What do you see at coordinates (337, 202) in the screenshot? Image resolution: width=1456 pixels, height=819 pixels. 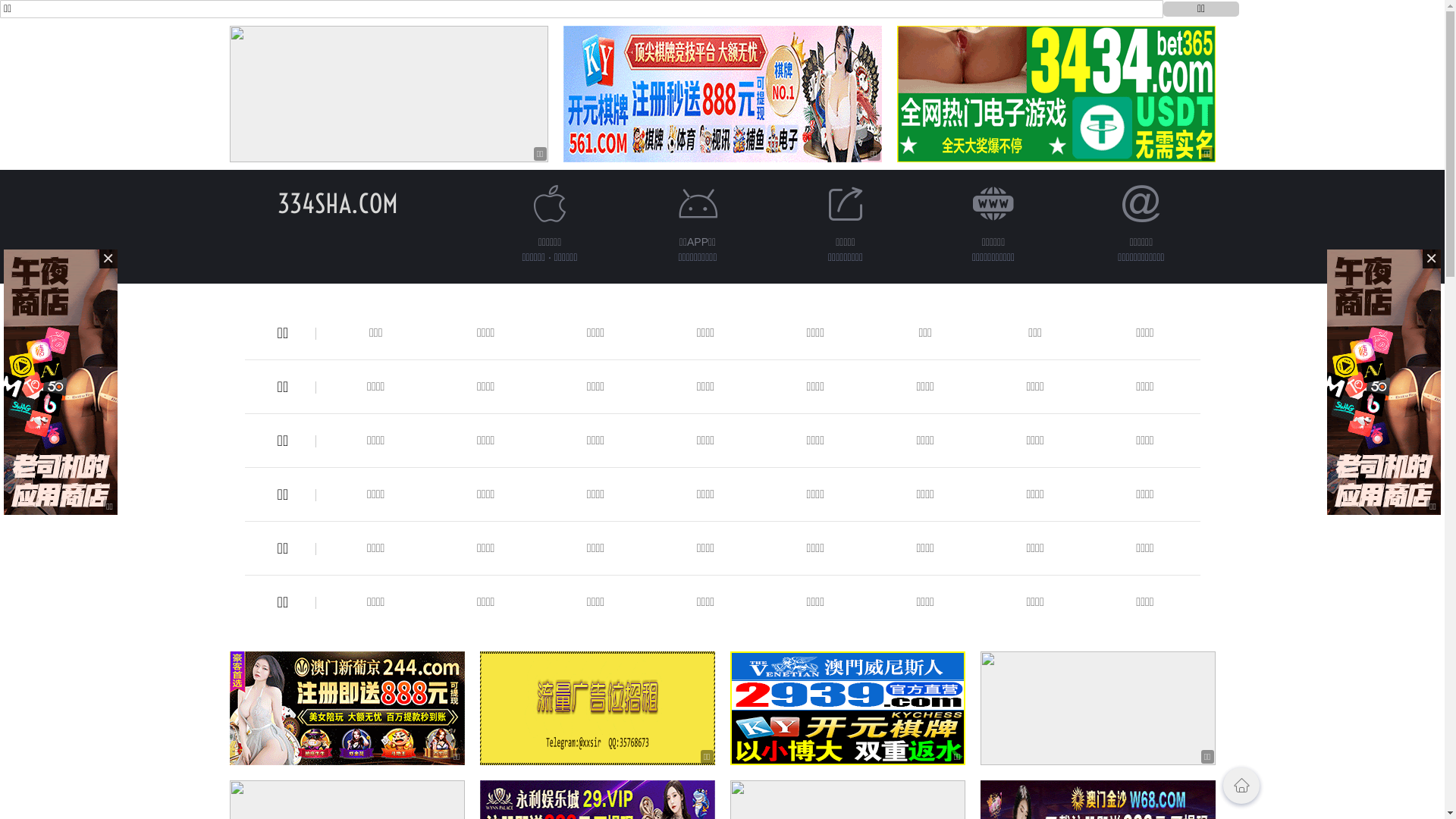 I see `'334SHA.COM'` at bounding box center [337, 202].